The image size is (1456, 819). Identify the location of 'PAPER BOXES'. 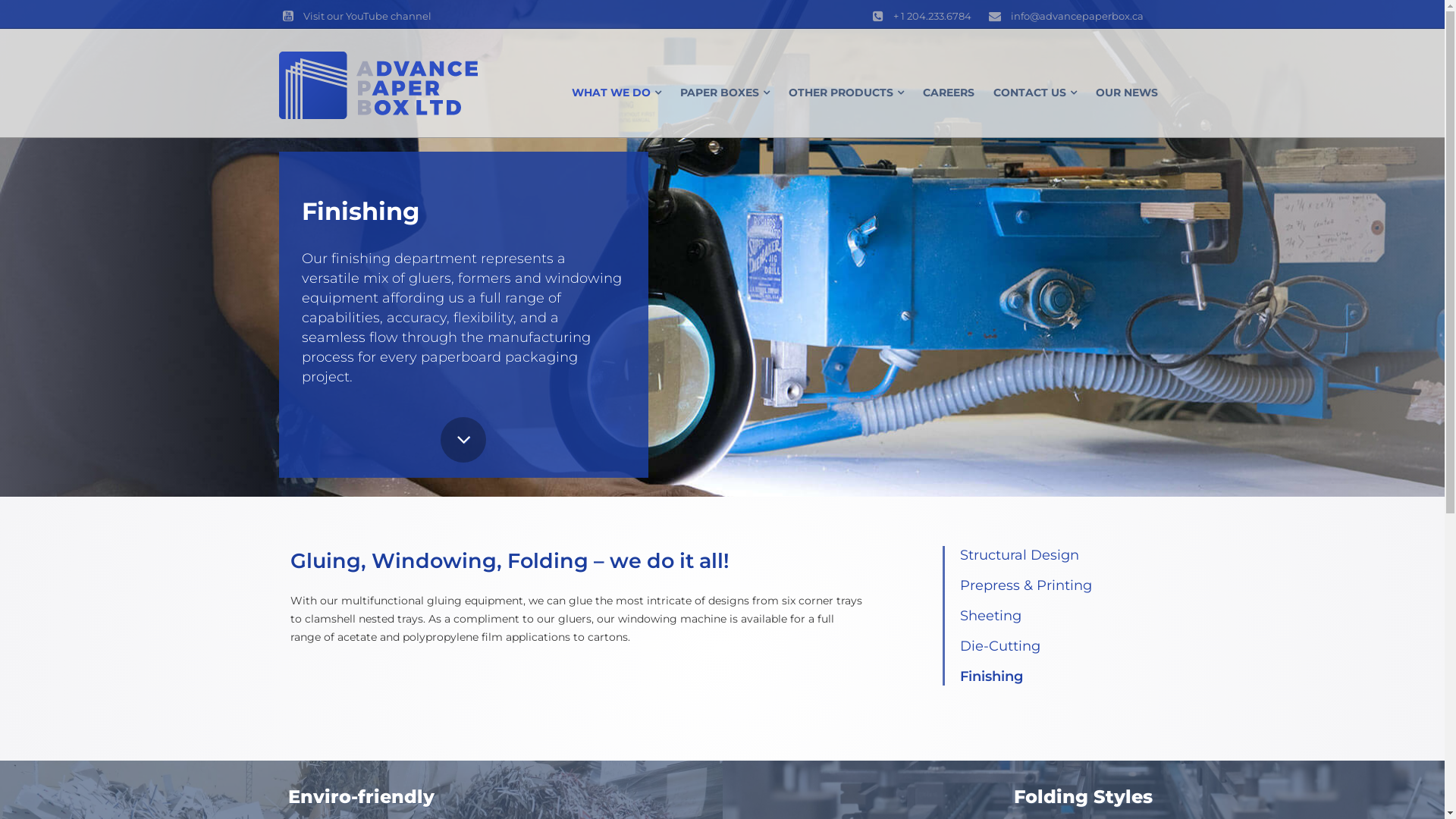
(723, 93).